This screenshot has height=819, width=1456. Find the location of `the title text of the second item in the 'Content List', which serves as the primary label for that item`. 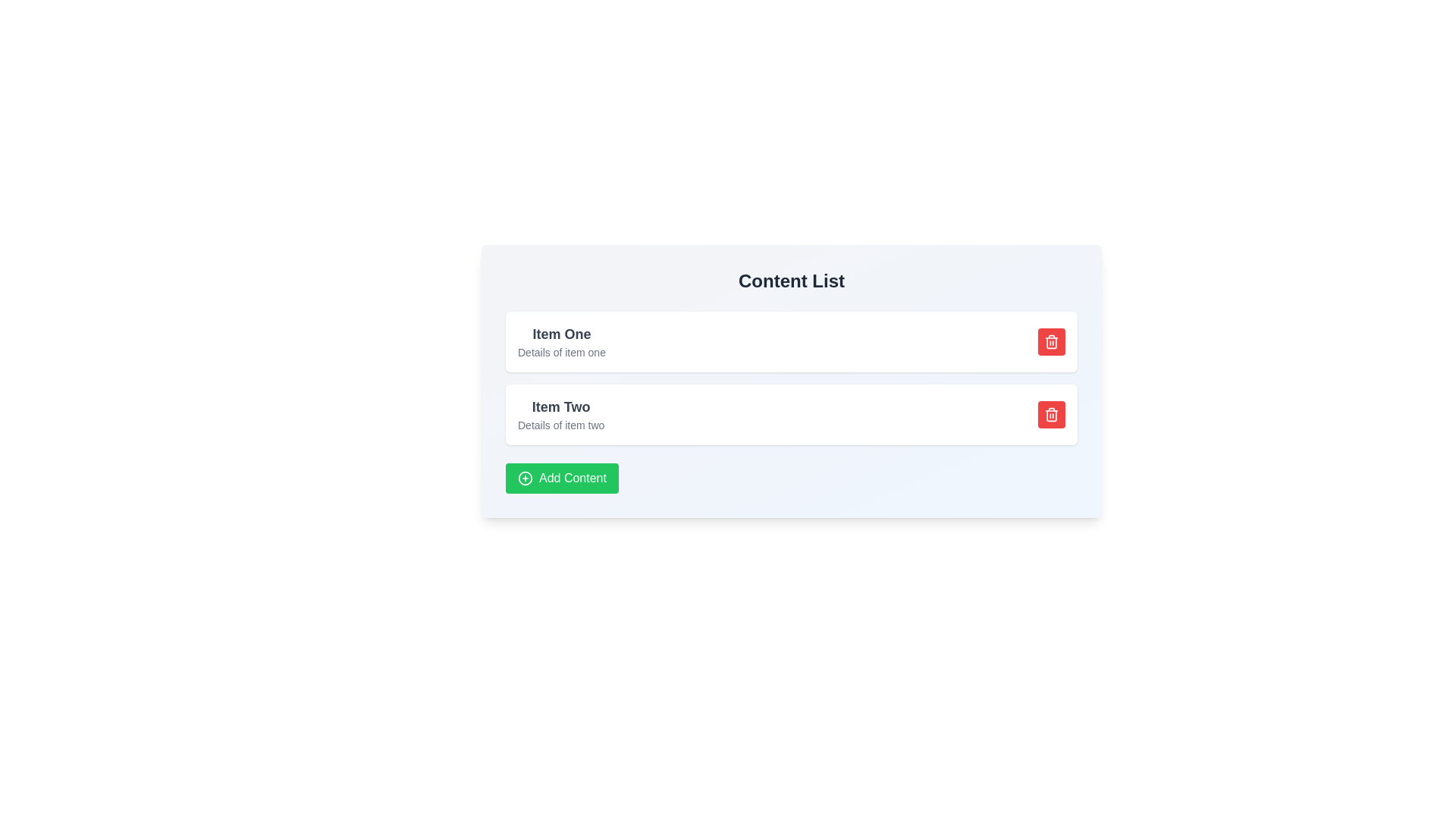

the title text of the second item in the 'Content List', which serves as the primary label for that item is located at coordinates (560, 406).